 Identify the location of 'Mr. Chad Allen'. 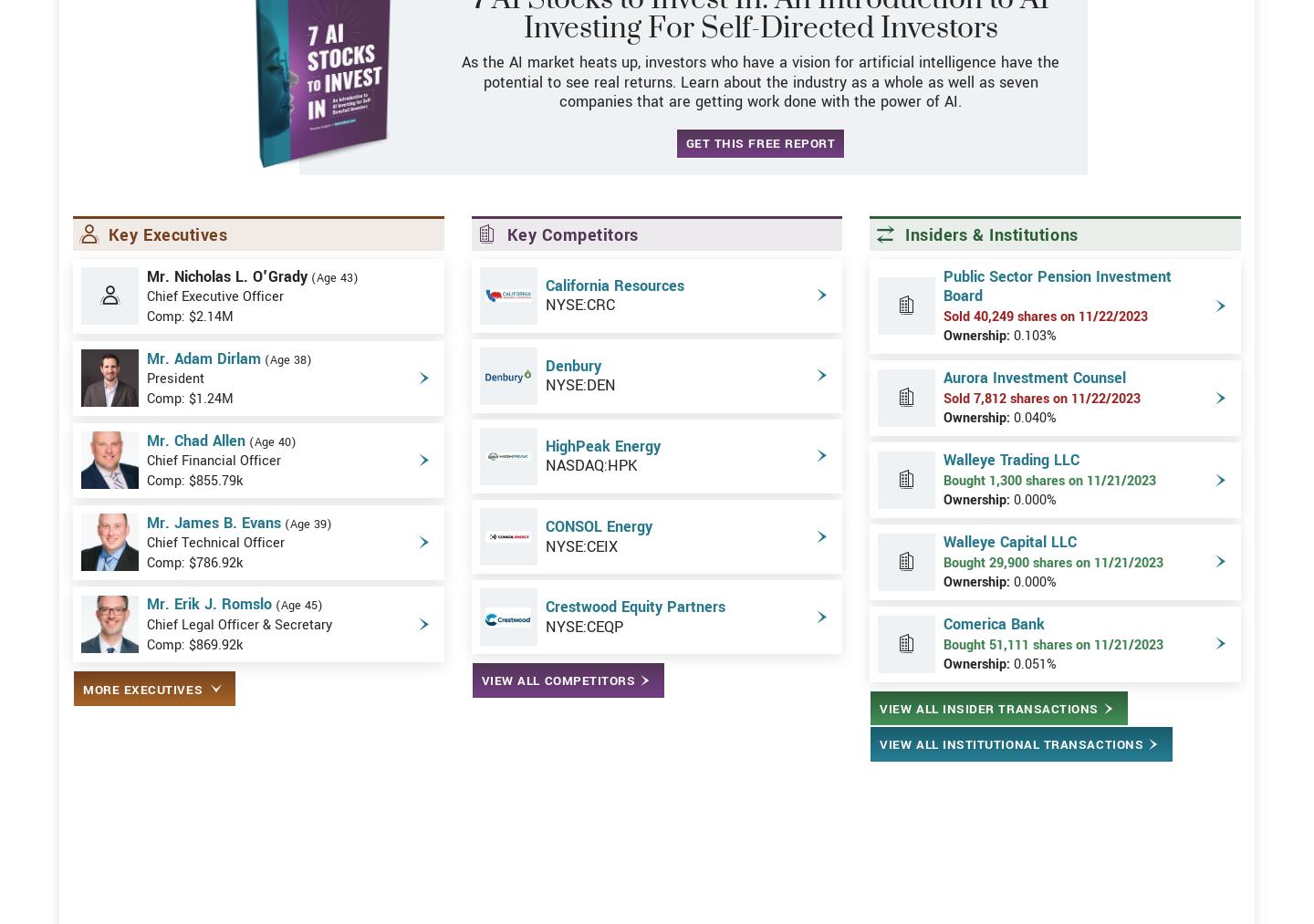
(195, 505).